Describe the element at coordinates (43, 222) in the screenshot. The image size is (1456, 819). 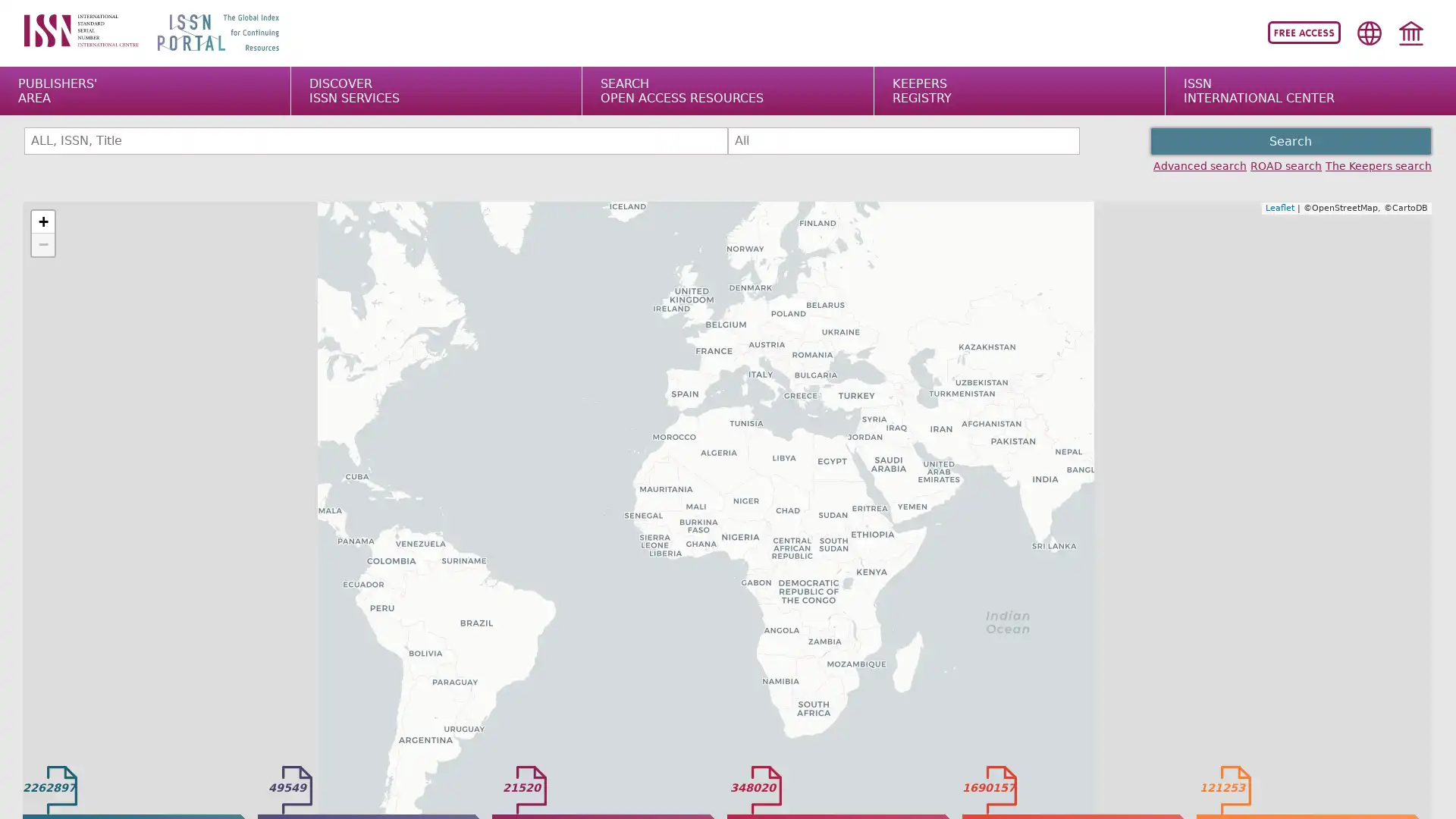
I see `Zoom in` at that location.